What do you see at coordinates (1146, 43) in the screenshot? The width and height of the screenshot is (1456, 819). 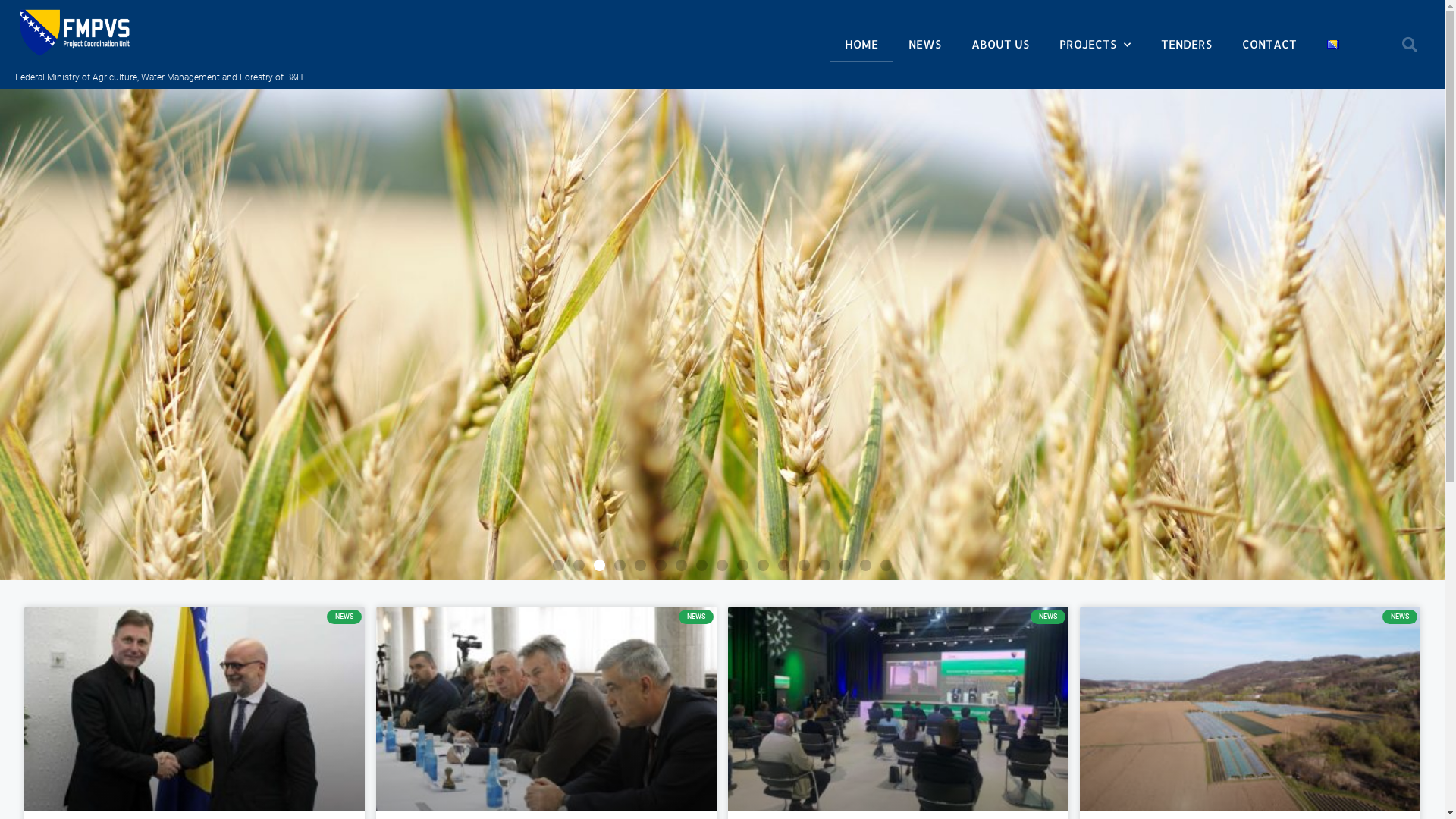 I see `'TENDERS'` at bounding box center [1146, 43].